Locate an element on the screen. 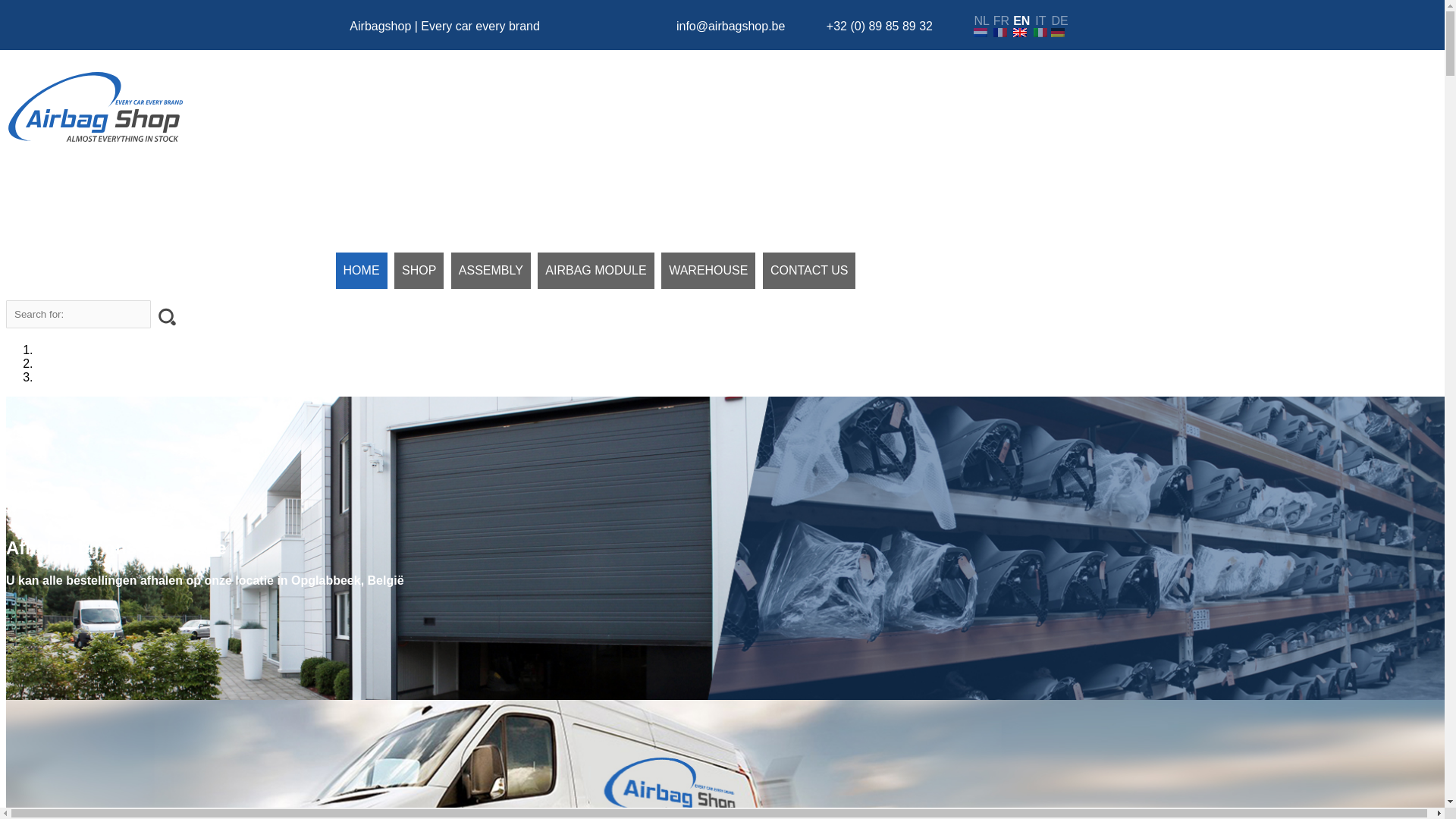 This screenshot has width=1456, height=819. 'WAREHOUSE' is located at coordinates (708, 270).